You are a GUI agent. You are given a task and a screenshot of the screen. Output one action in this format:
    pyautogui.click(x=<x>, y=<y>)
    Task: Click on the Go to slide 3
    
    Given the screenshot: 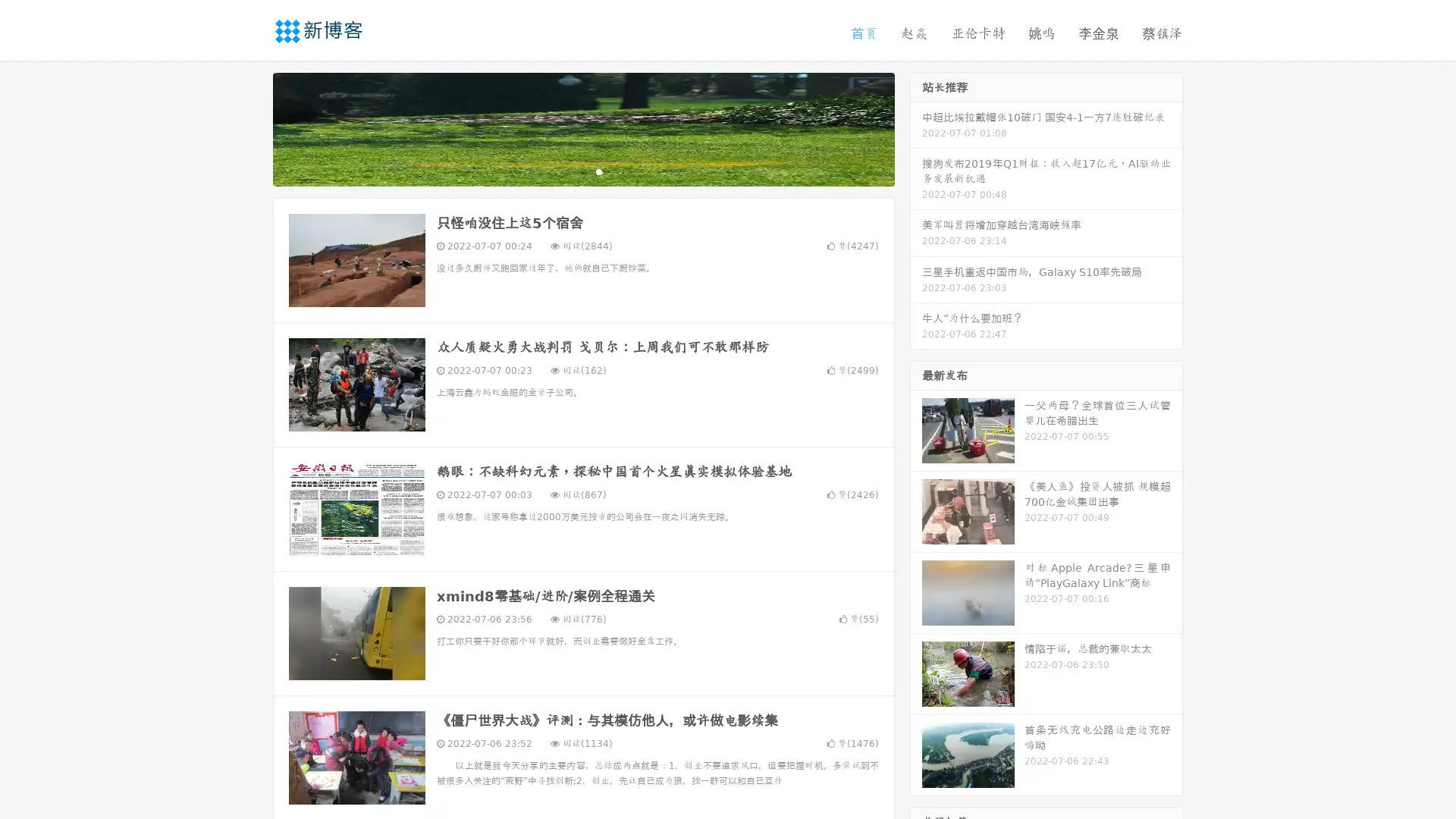 What is the action you would take?
    pyautogui.click(x=598, y=171)
    